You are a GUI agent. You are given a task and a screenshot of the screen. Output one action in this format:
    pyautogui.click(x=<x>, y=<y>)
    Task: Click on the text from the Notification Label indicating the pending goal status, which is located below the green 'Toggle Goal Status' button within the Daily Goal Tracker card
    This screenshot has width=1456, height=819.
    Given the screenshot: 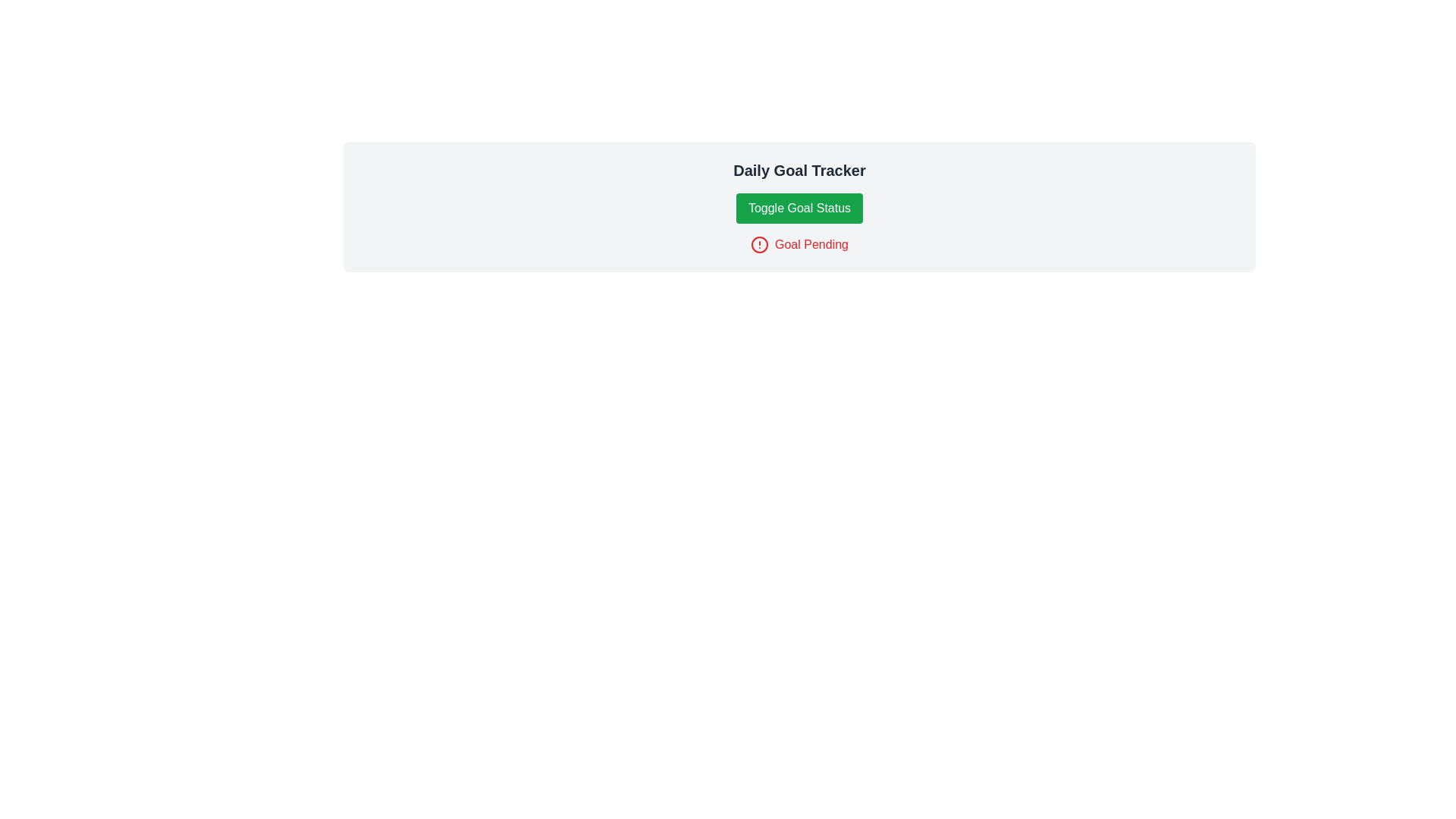 What is the action you would take?
    pyautogui.click(x=799, y=244)
    